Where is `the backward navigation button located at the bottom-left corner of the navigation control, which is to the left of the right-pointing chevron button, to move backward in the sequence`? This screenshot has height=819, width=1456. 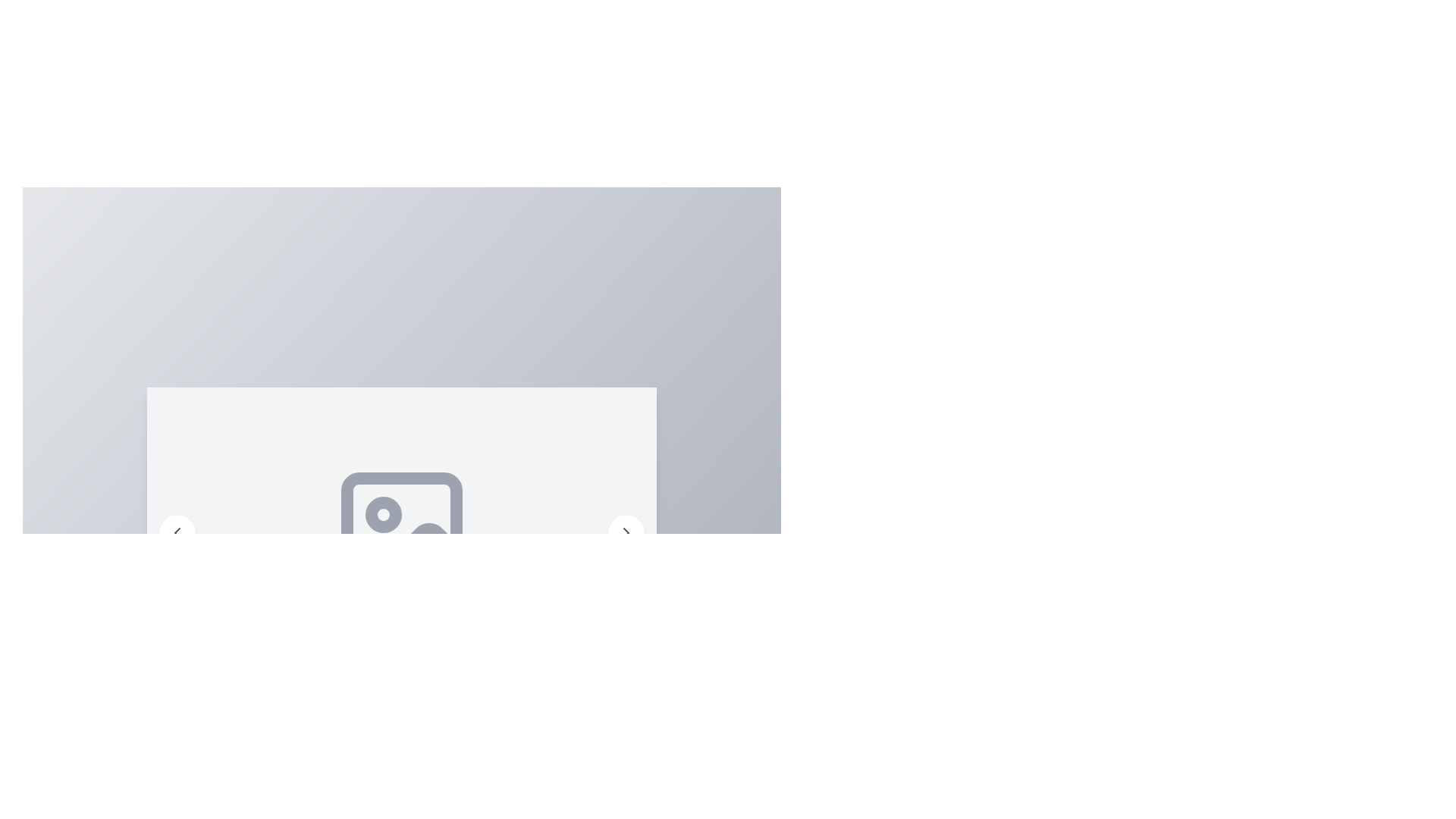
the backward navigation button located at the bottom-left corner of the navigation control, which is to the left of the right-pointing chevron button, to move backward in the sequence is located at coordinates (177, 532).